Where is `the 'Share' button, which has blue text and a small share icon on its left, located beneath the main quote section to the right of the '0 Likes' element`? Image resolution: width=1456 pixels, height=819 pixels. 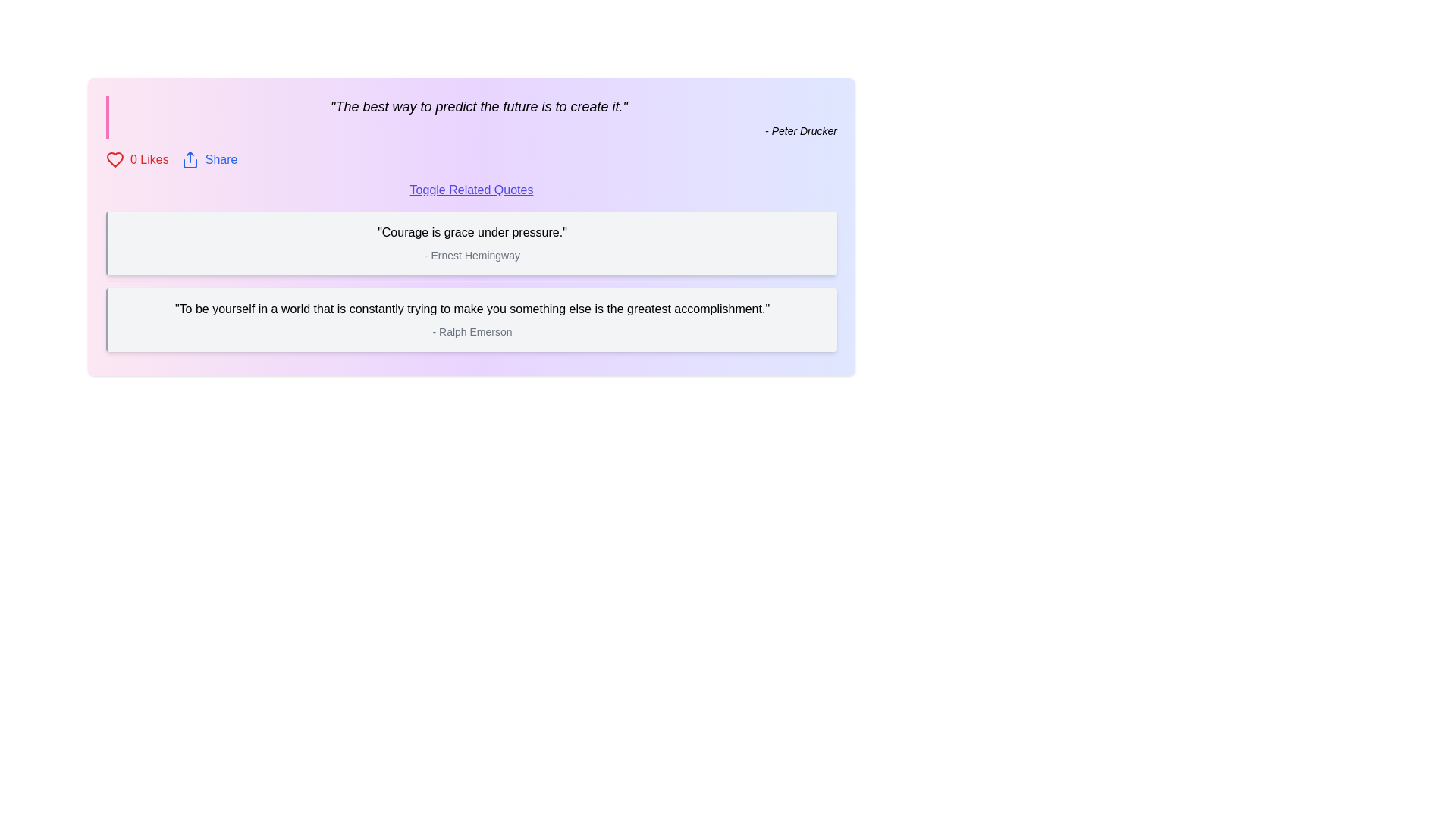
the 'Share' button, which has blue text and a small share icon on its left, located beneath the main quote section to the right of the '0 Likes' element is located at coordinates (209, 160).